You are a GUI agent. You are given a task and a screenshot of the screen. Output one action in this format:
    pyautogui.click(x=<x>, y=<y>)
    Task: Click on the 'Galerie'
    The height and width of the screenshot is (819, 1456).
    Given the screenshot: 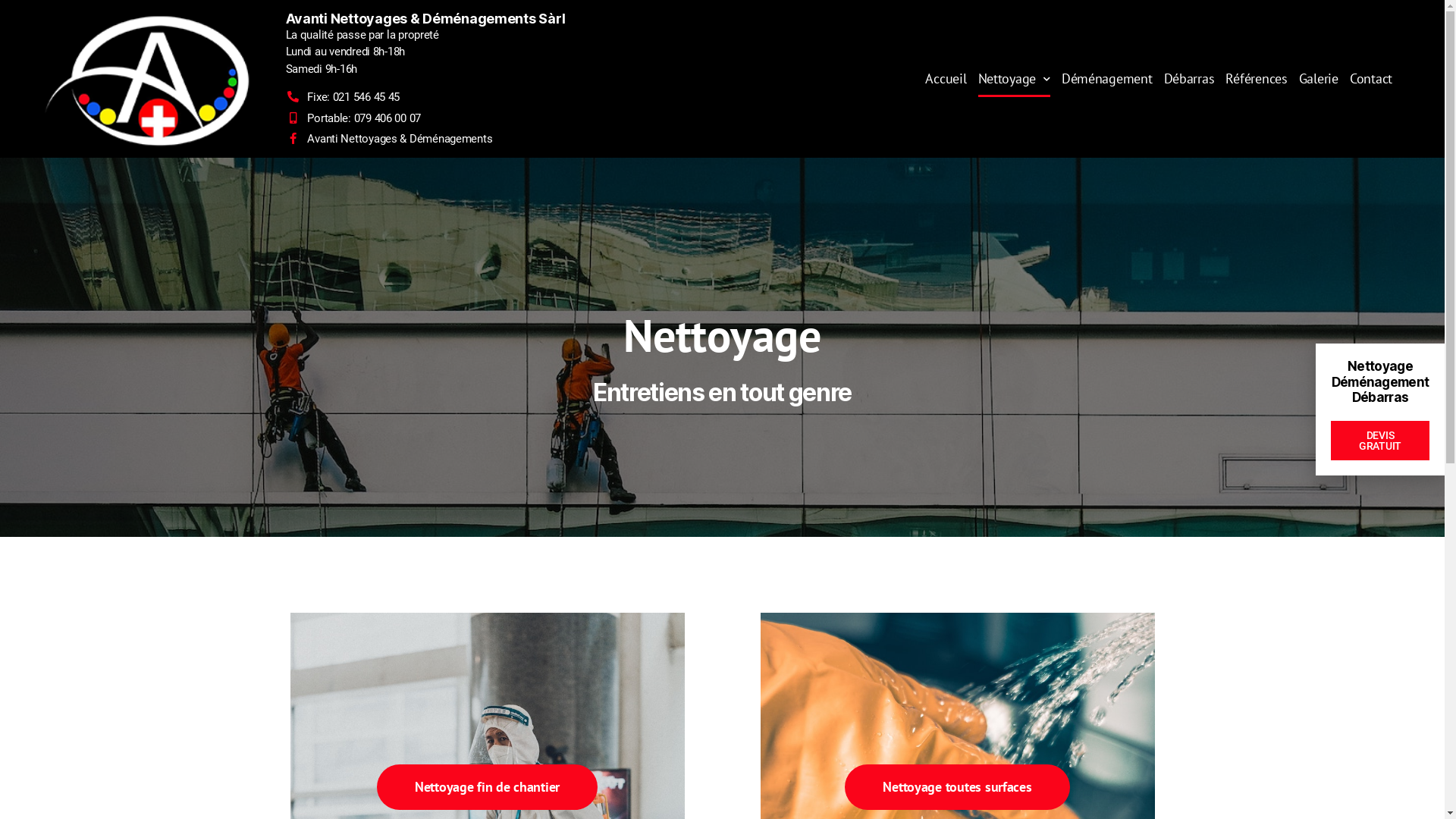 What is the action you would take?
    pyautogui.click(x=1317, y=79)
    